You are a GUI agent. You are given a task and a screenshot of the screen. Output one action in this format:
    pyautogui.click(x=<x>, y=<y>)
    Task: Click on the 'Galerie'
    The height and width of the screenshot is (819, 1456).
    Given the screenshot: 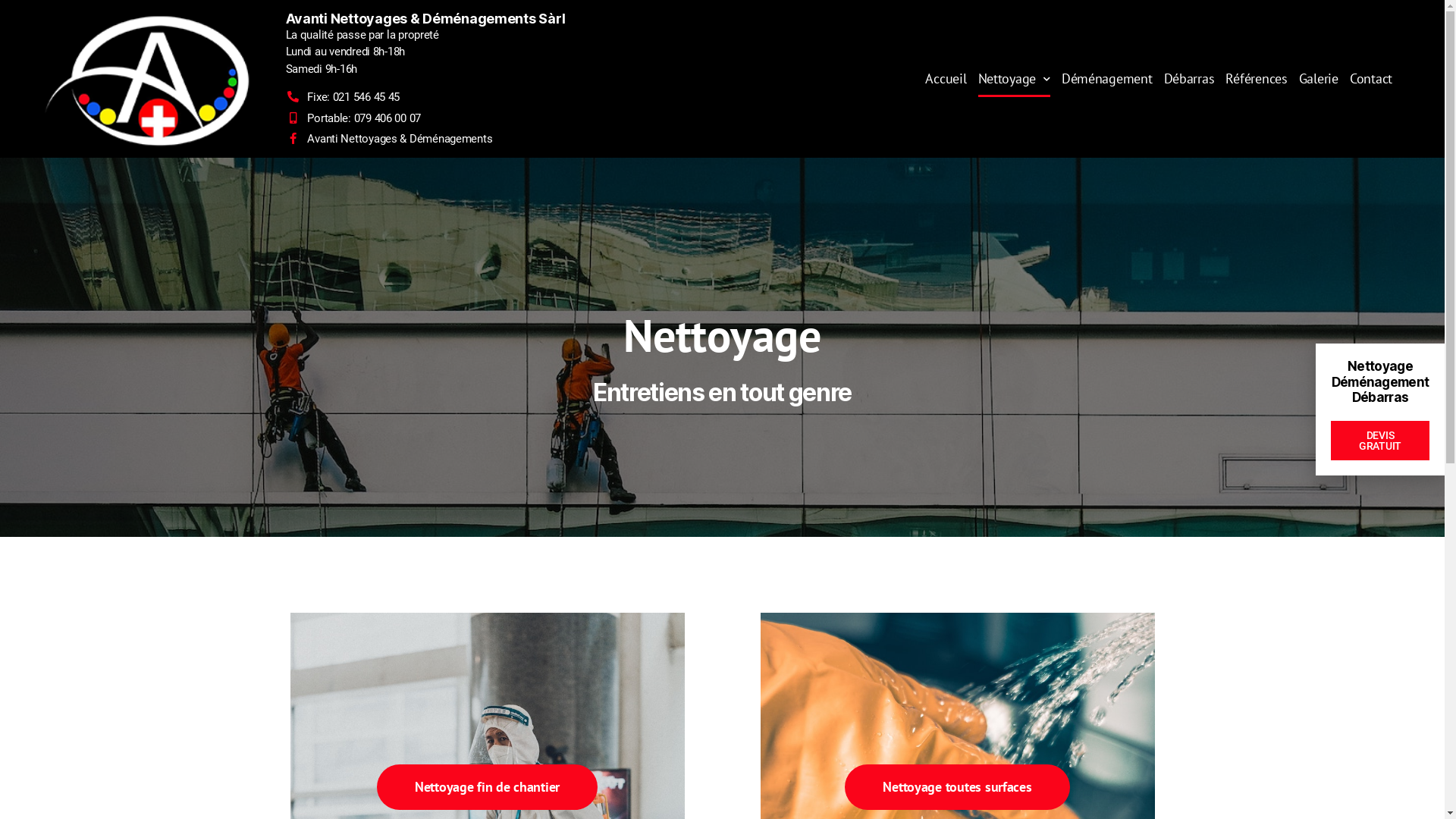 What is the action you would take?
    pyautogui.click(x=1317, y=79)
    